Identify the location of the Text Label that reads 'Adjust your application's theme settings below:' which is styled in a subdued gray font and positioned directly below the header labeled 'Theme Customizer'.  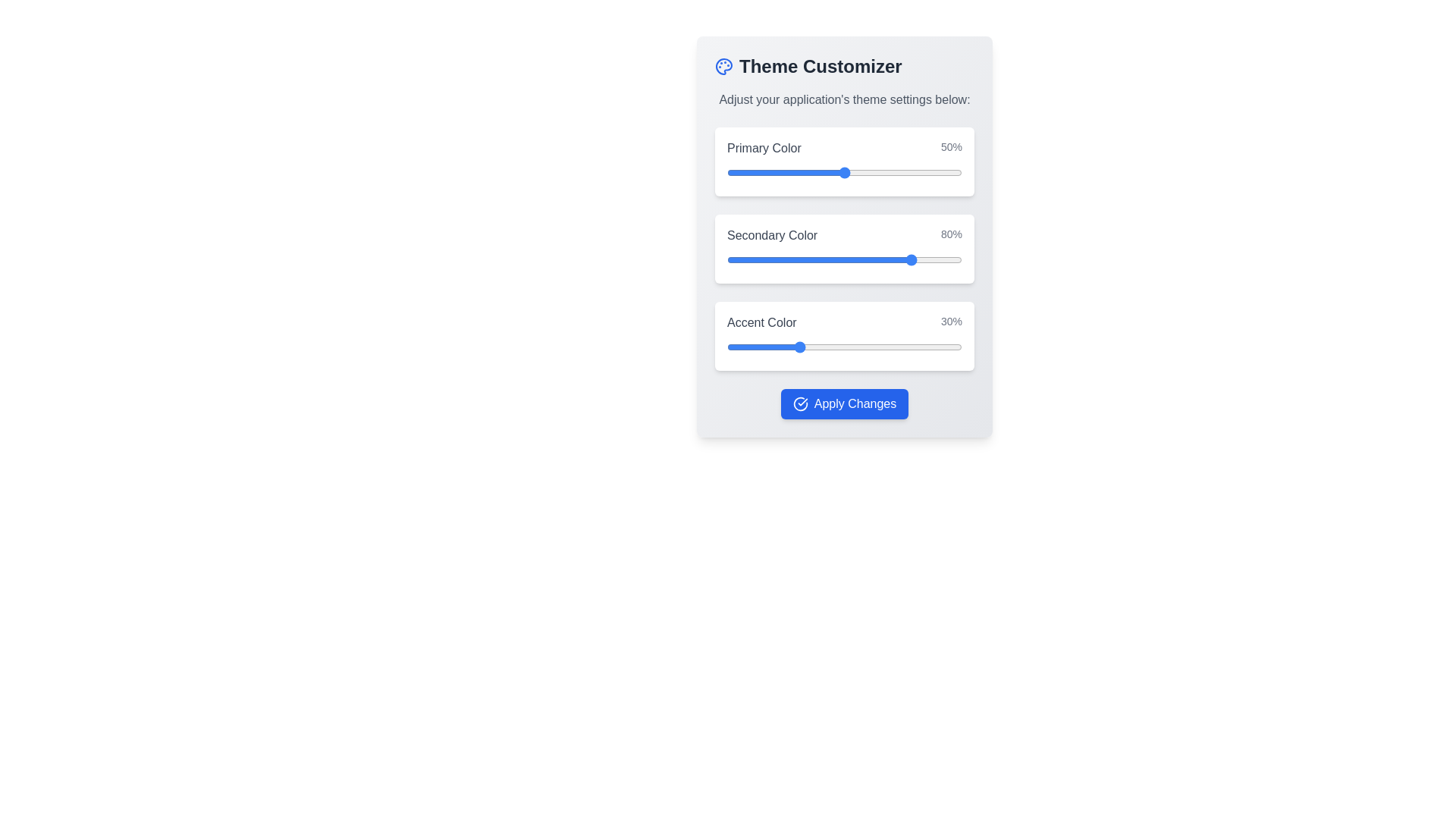
(843, 99).